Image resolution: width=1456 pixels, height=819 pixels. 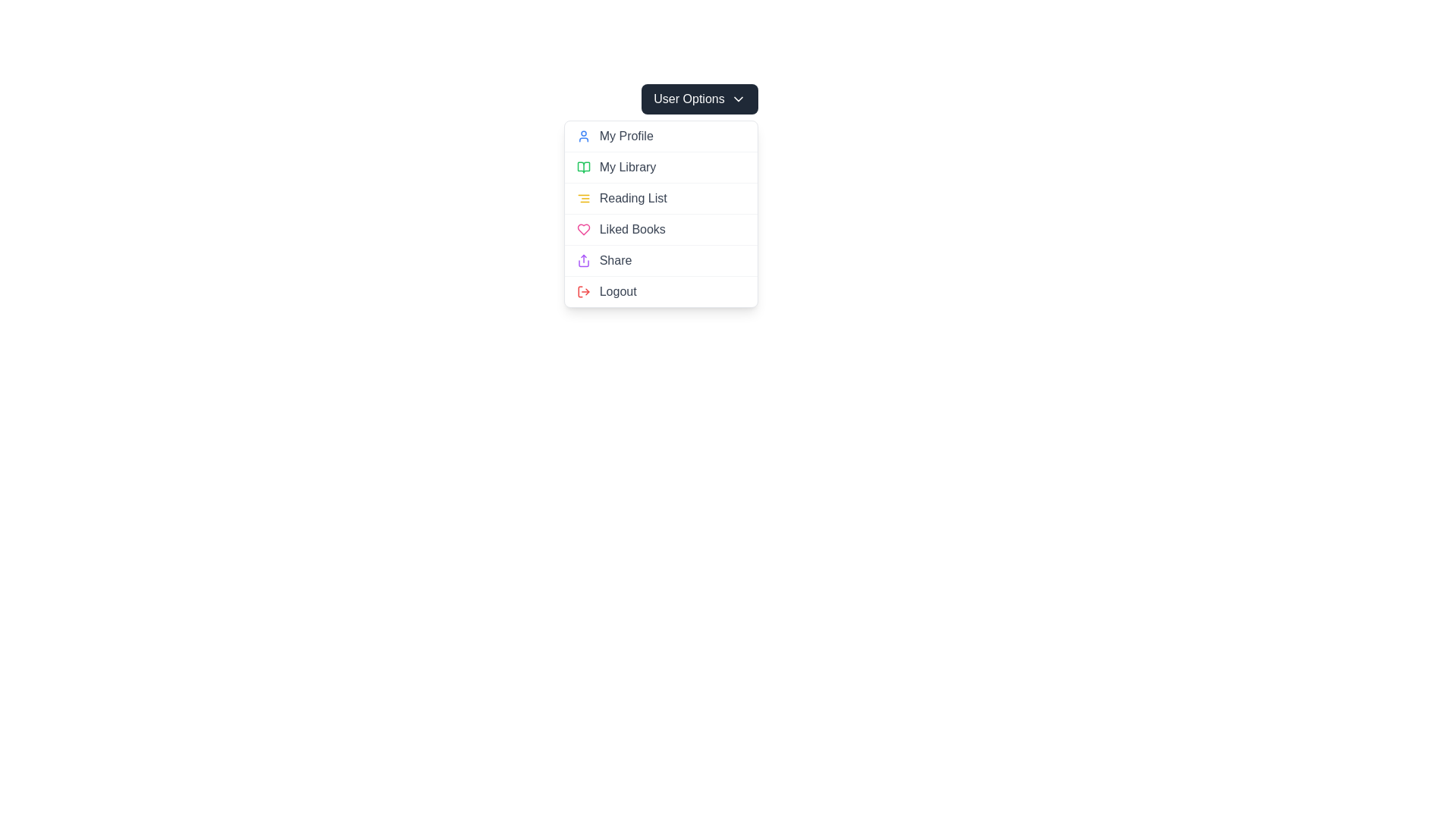 I want to click on the 'My Library' SVG icon located in the dropdown panel, which visually represents the 'My Library' menu option for user recognition, so click(x=582, y=167).